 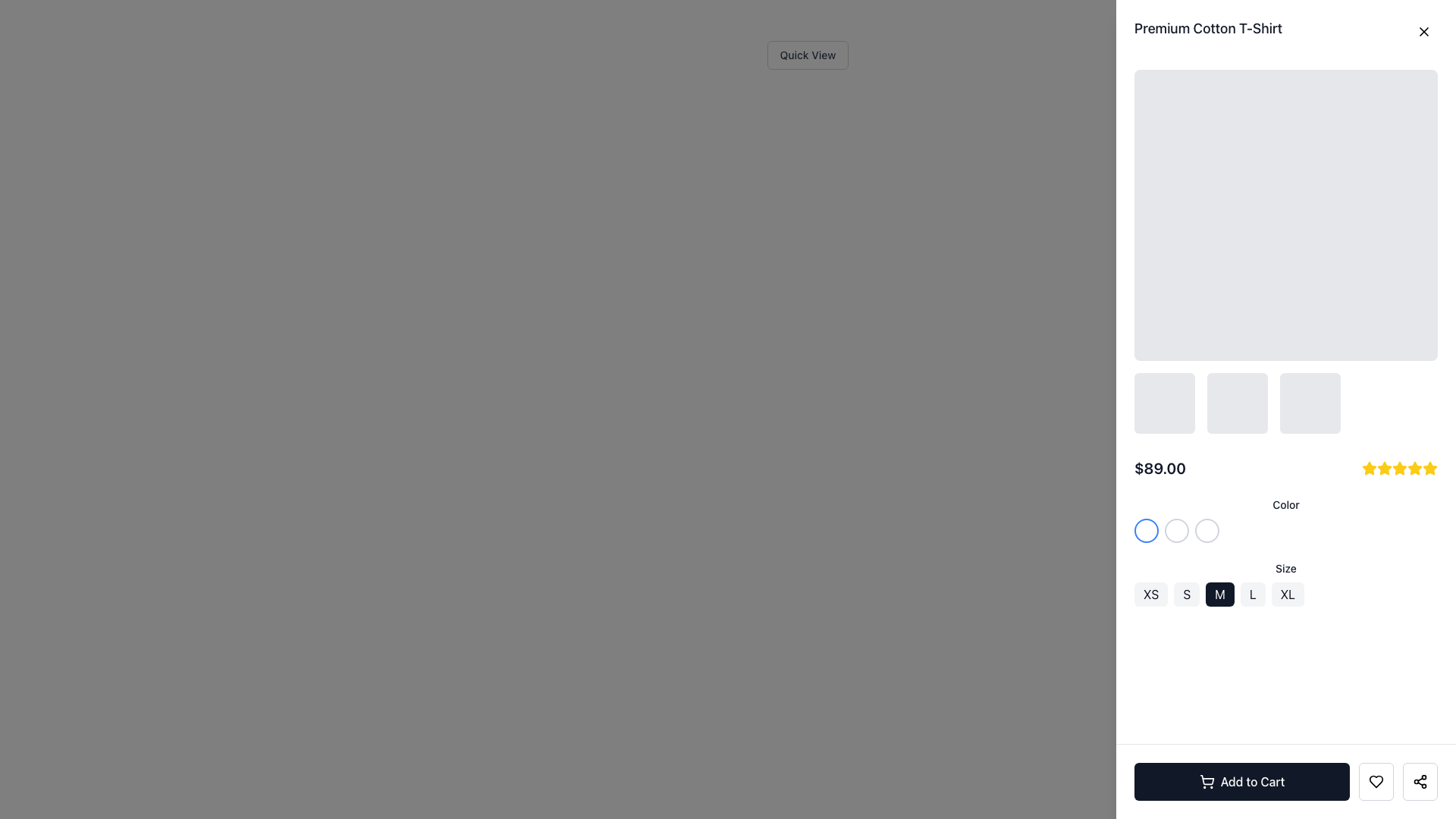 I want to click on the interactive button with a heart-shaped icon located to the right of the 'Add to Cart' button, so click(x=1376, y=781).